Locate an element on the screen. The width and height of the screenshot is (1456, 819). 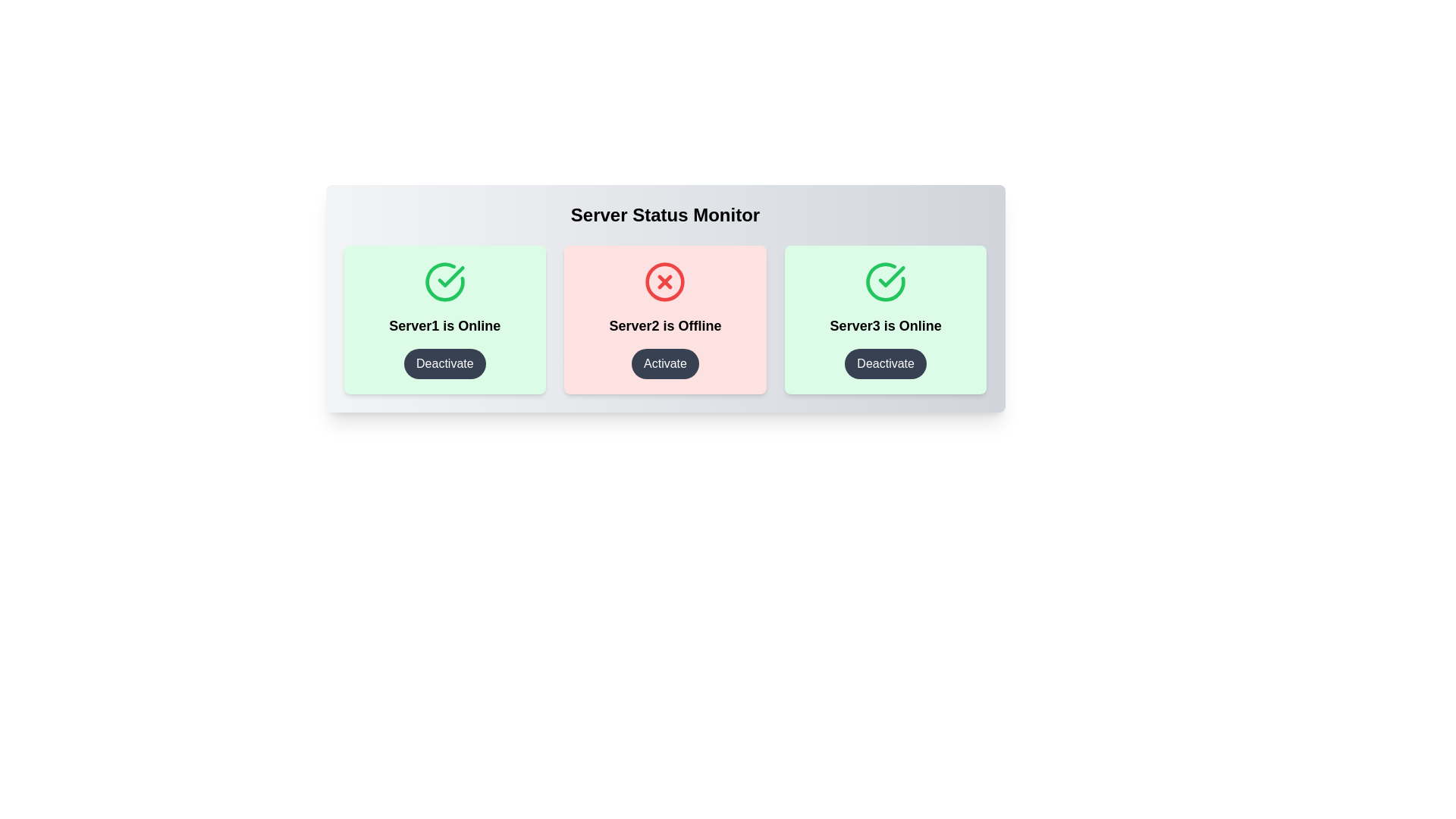
the title text 'Server Status Monitor' for copying is located at coordinates (665, 215).